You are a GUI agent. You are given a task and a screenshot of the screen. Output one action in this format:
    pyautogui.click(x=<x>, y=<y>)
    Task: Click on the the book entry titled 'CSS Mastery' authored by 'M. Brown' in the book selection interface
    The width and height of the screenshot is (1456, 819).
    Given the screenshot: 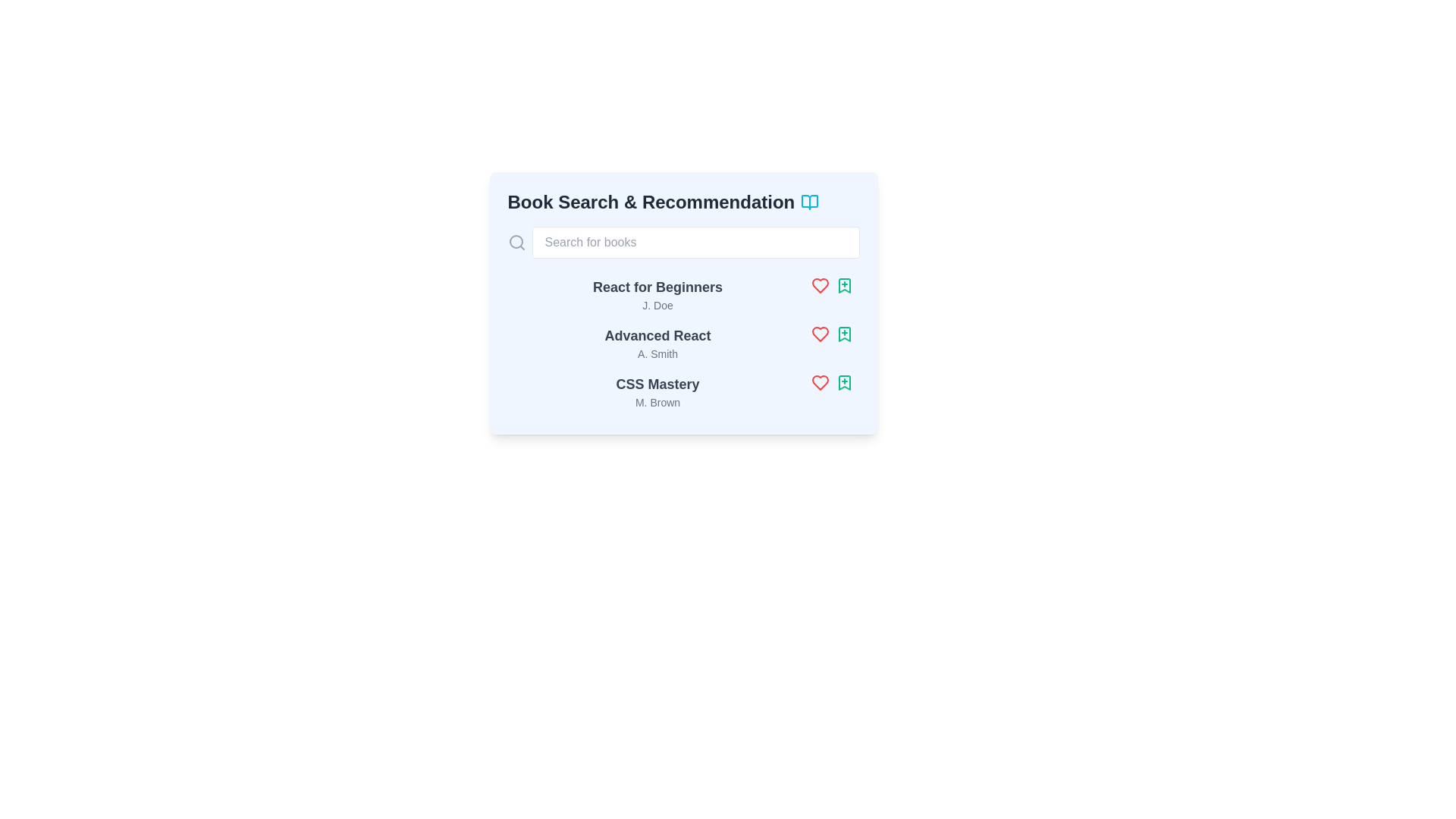 What is the action you would take?
    pyautogui.click(x=682, y=391)
    